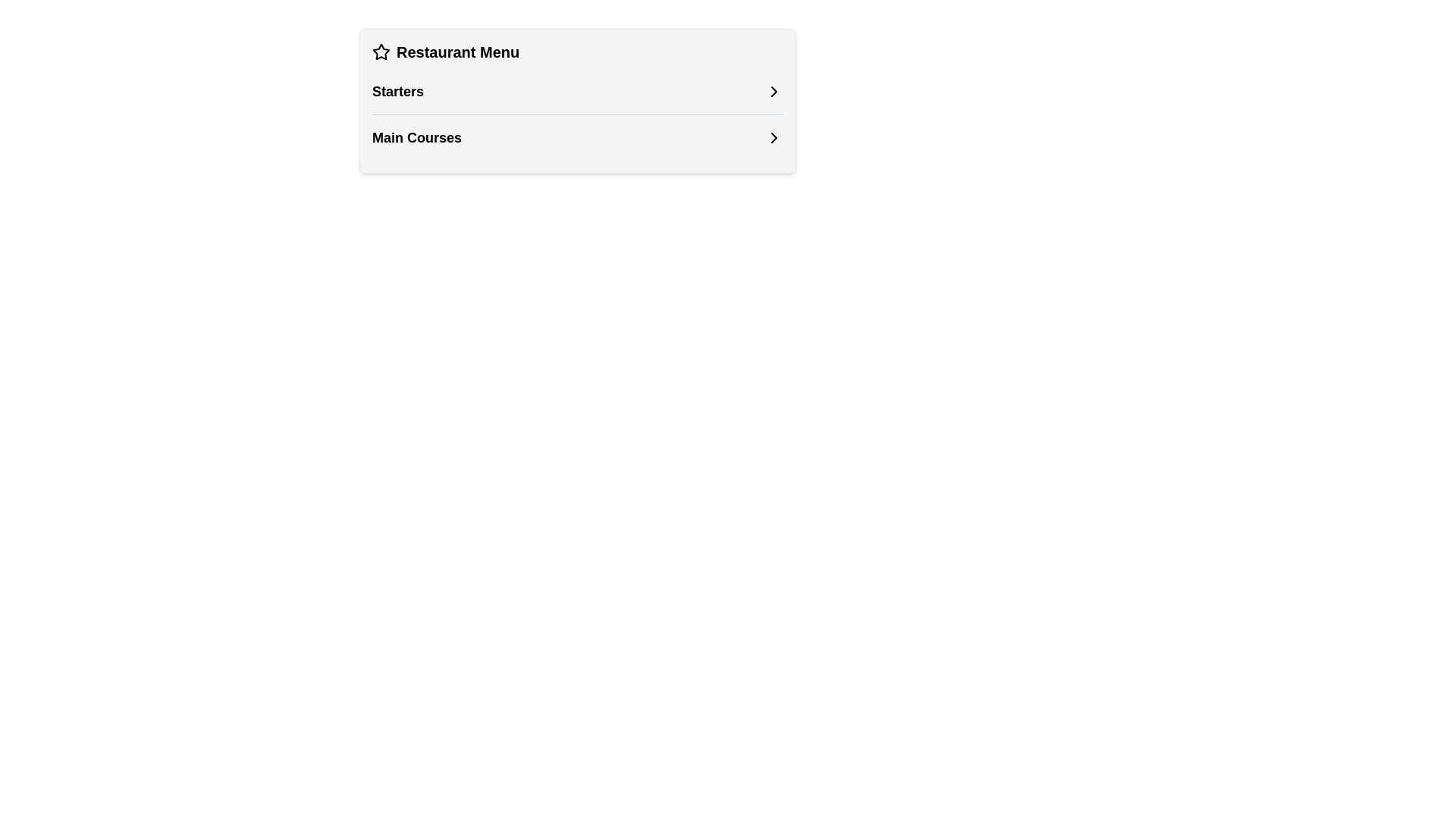 The height and width of the screenshot is (819, 1456). Describe the element at coordinates (381, 52) in the screenshot. I see `the star icon which enhances the 'Restaurant Menu' title, located at the top-left corner of the application layout` at that location.